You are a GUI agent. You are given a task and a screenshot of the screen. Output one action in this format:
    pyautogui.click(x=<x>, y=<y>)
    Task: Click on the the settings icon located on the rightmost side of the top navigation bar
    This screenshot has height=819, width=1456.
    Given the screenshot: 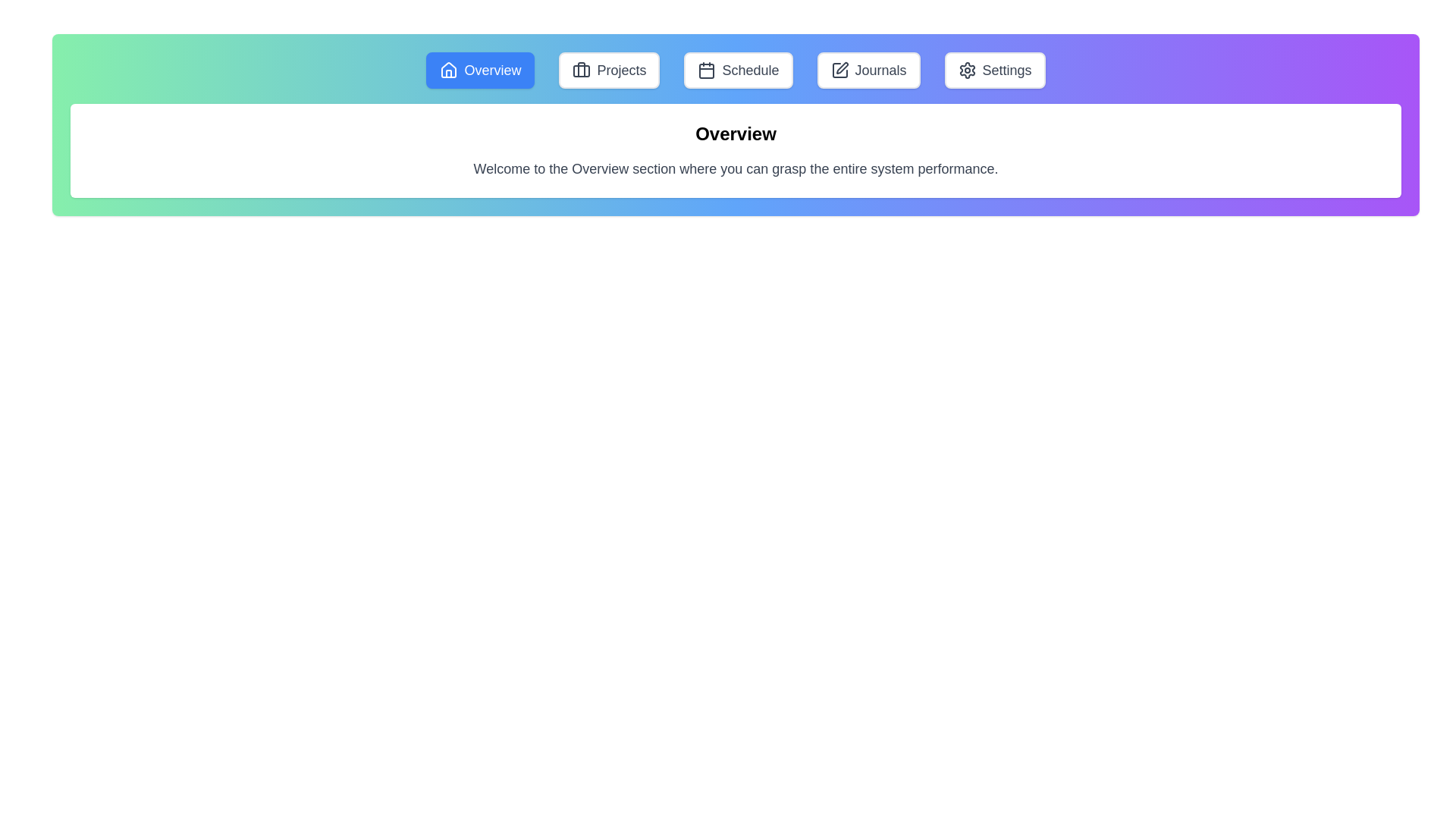 What is the action you would take?
    pyautogui.click(x=966, y=70)
    